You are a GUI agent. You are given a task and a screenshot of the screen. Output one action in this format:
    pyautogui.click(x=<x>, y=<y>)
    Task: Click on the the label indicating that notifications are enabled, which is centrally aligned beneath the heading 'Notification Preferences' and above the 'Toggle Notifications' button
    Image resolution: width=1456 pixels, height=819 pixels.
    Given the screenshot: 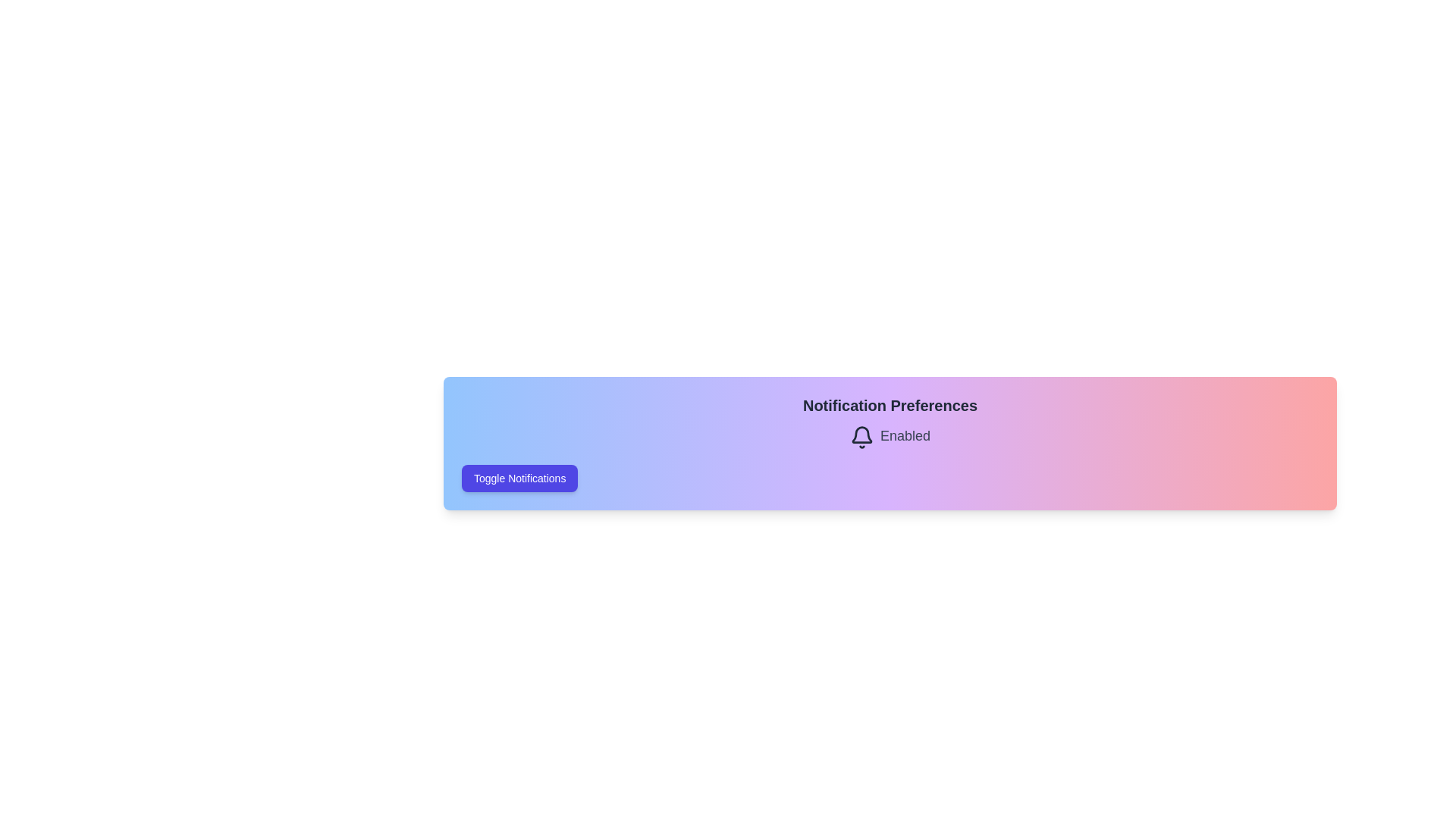 What is the action you would take?
    pyautogui.click(x=890, y=438)
    